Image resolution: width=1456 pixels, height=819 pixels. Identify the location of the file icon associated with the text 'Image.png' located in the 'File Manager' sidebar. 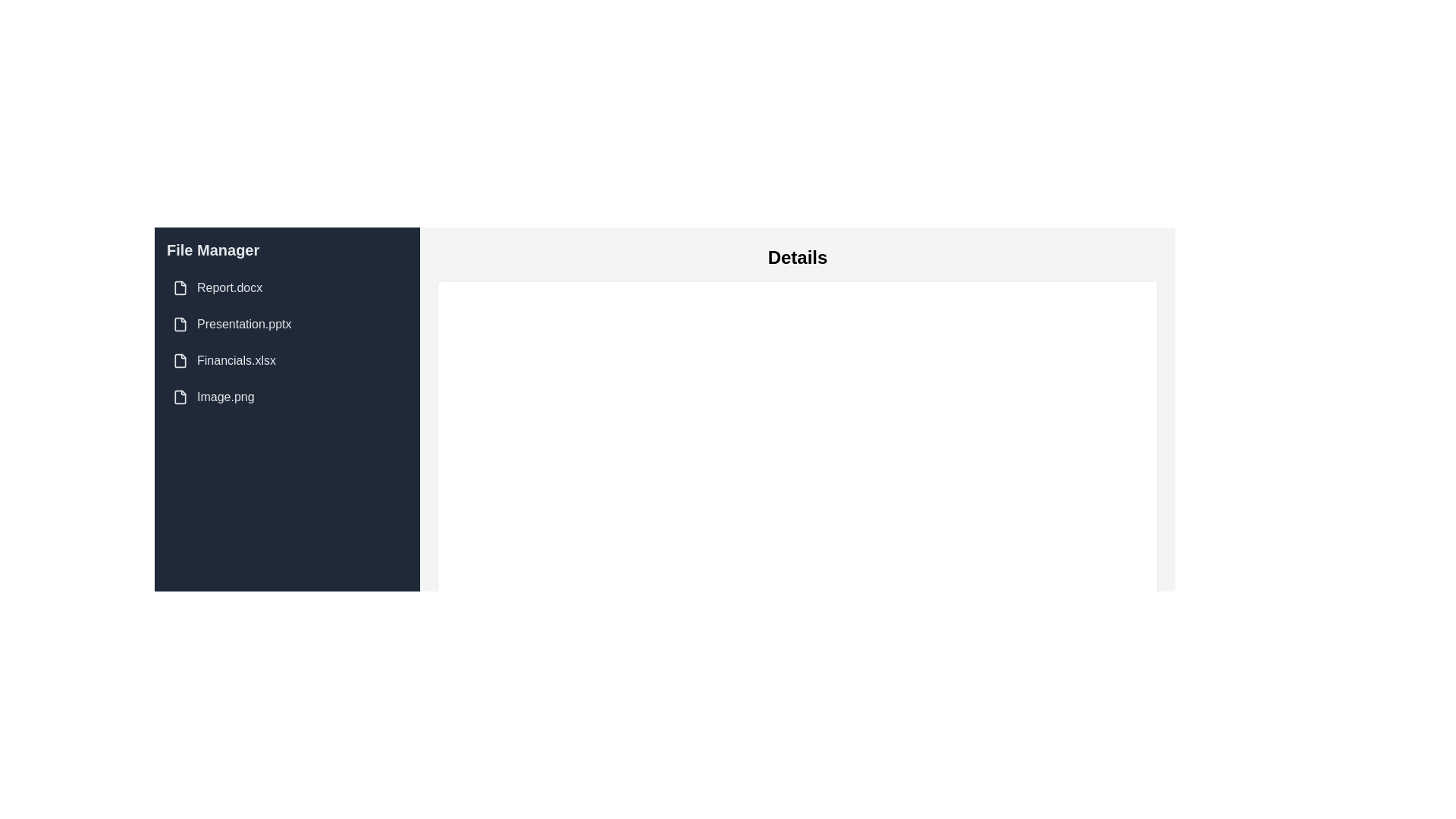
(180, 397).